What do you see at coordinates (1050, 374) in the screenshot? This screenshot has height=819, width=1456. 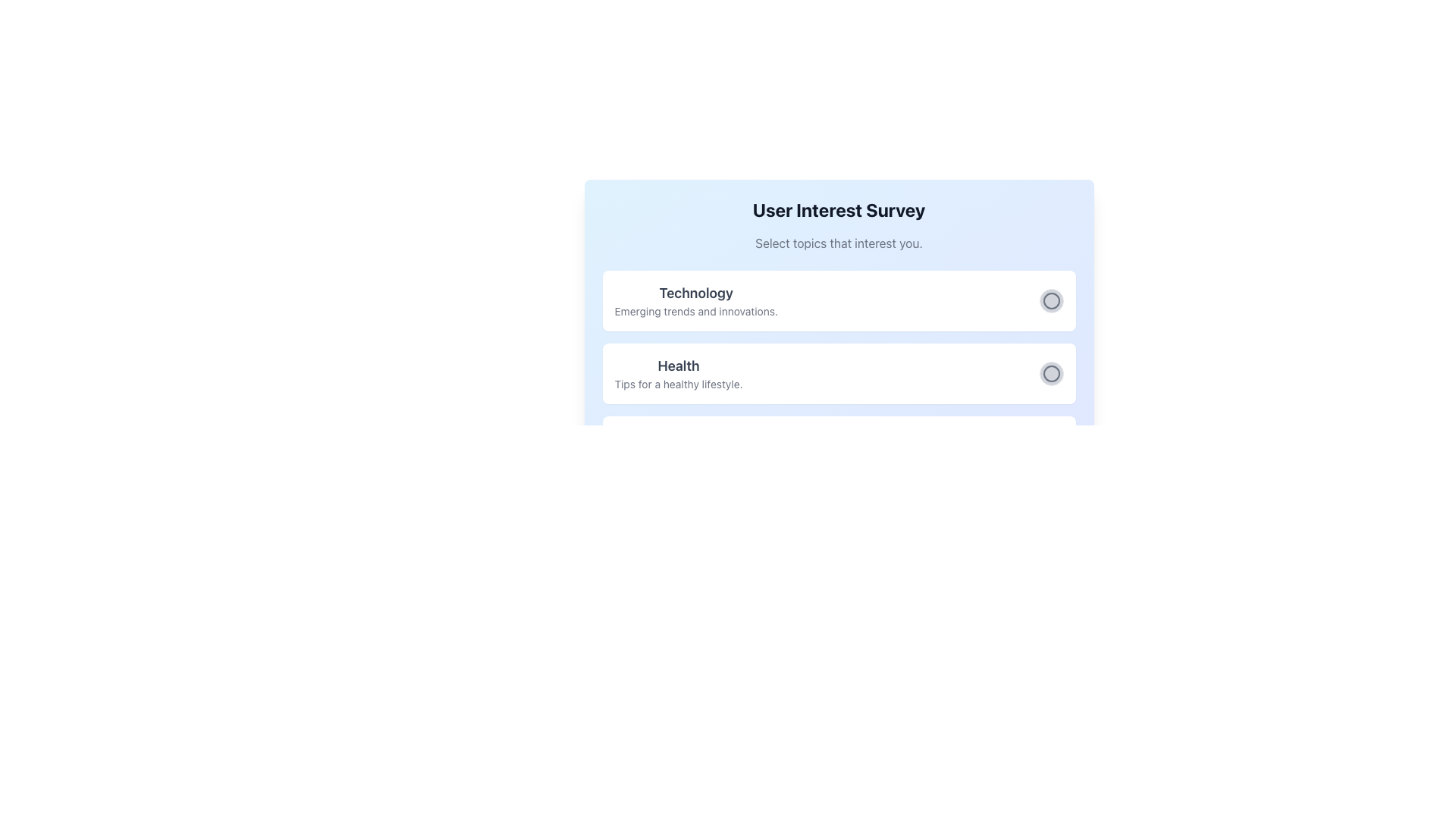 I see `the second radio button for the 'Health' interest option in the survey` at bounding box center [1050, 374].